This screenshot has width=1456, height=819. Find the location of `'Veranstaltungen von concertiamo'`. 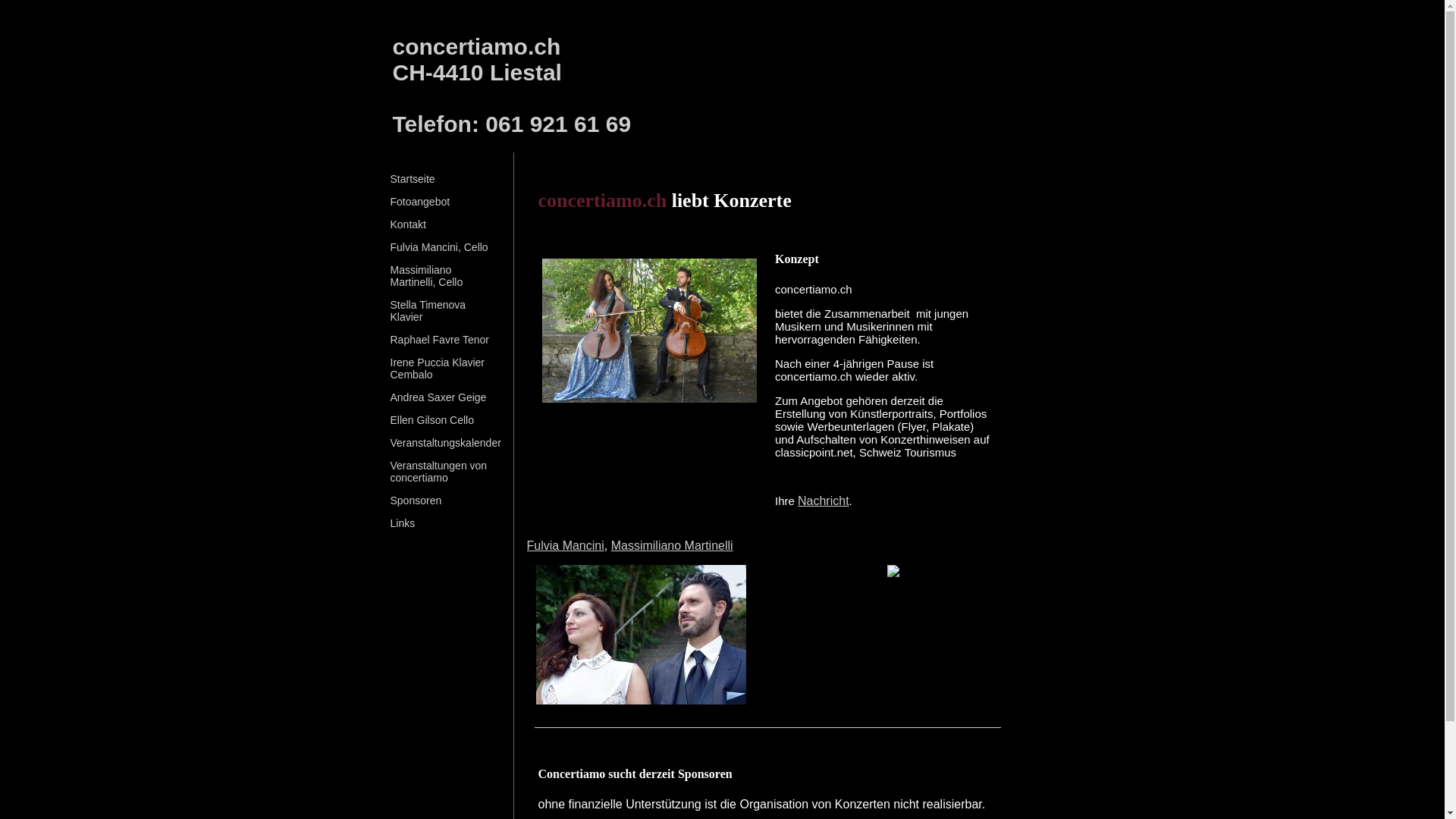

'Veranstaltungen von concertiamo' is located at coordinates (437, 475).